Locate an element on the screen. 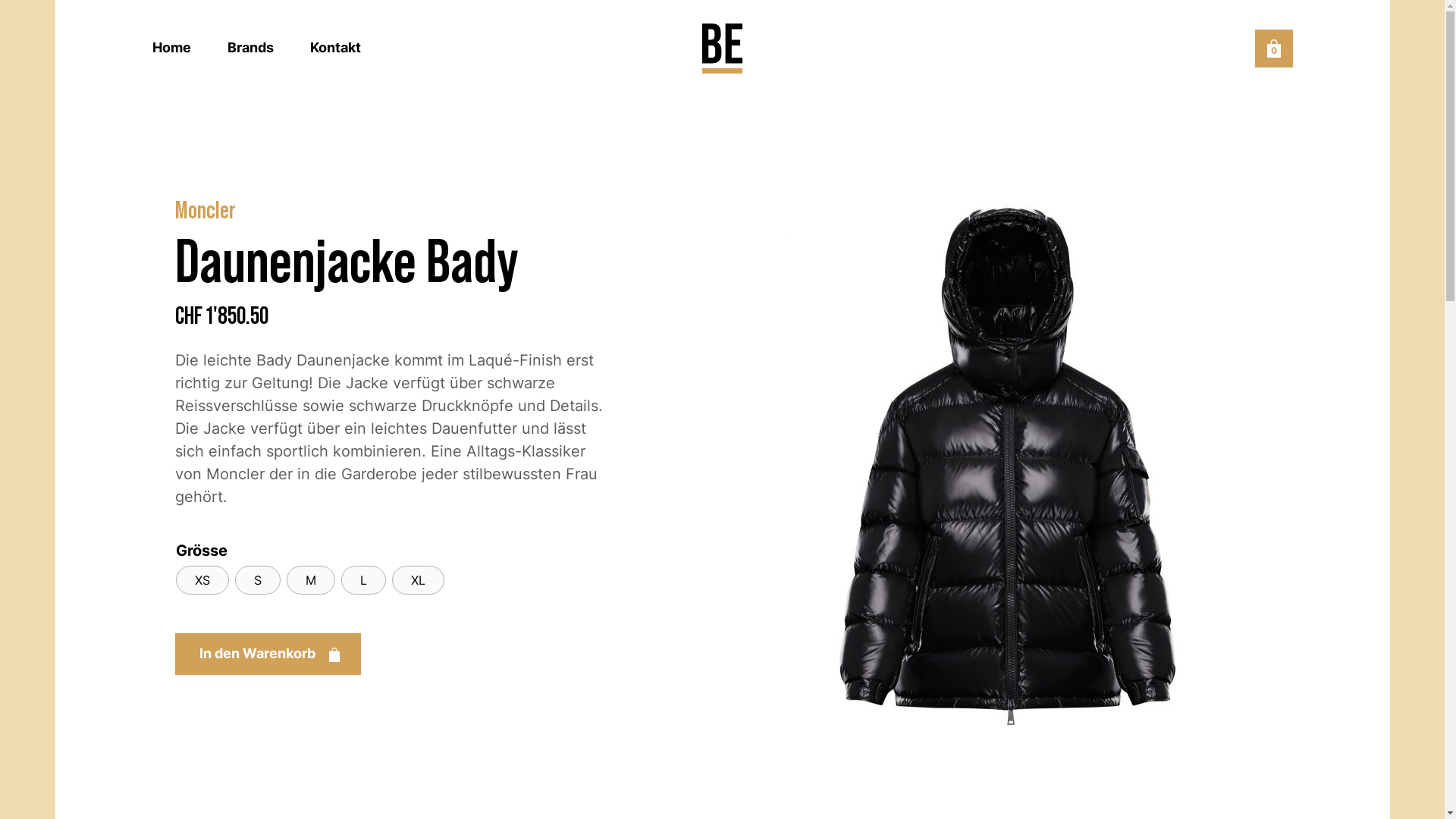 Image resolution: width=1456 pixels, height=819 pixels. 'Brands' is located at coordinates (226, 46).